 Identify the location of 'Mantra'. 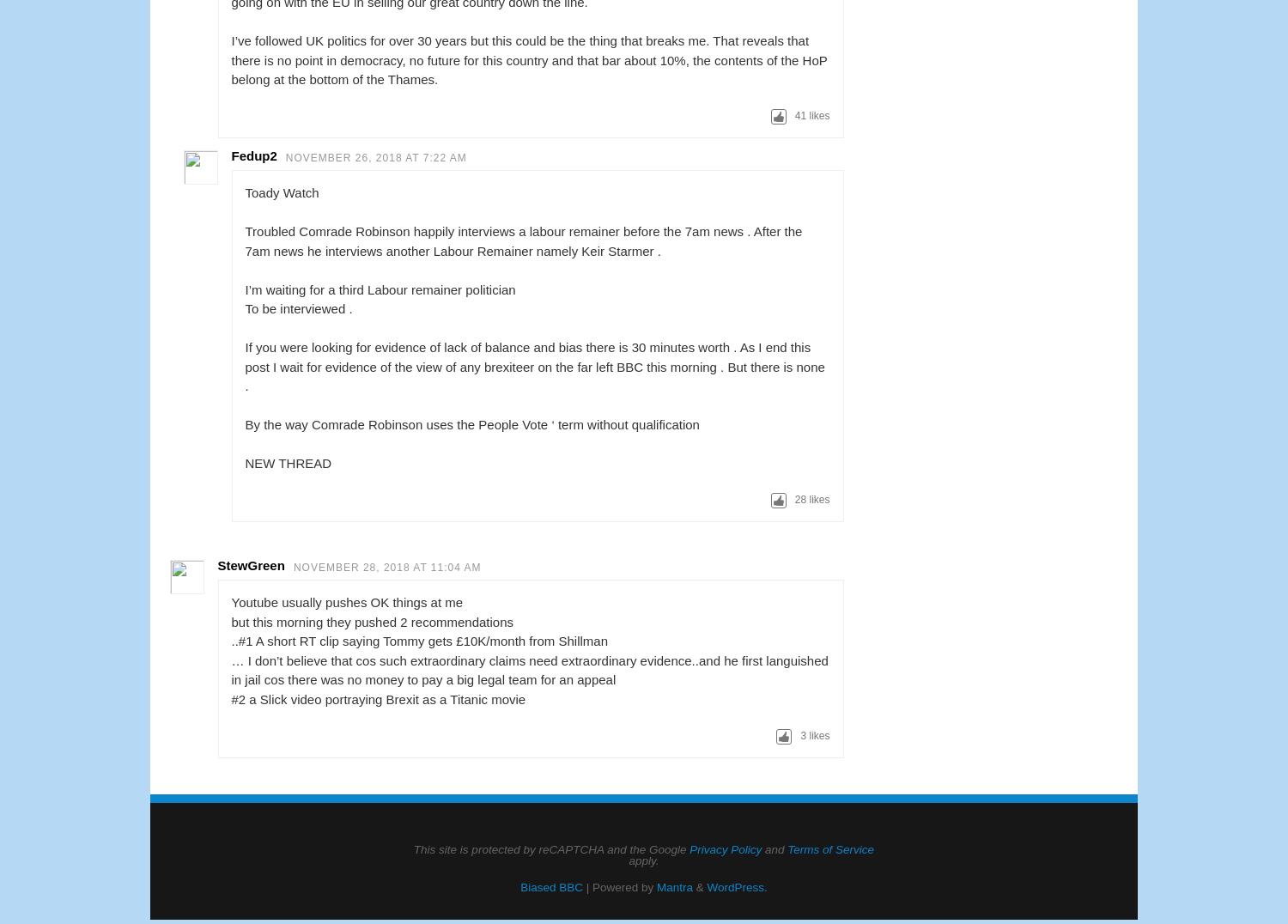
(675, 887).